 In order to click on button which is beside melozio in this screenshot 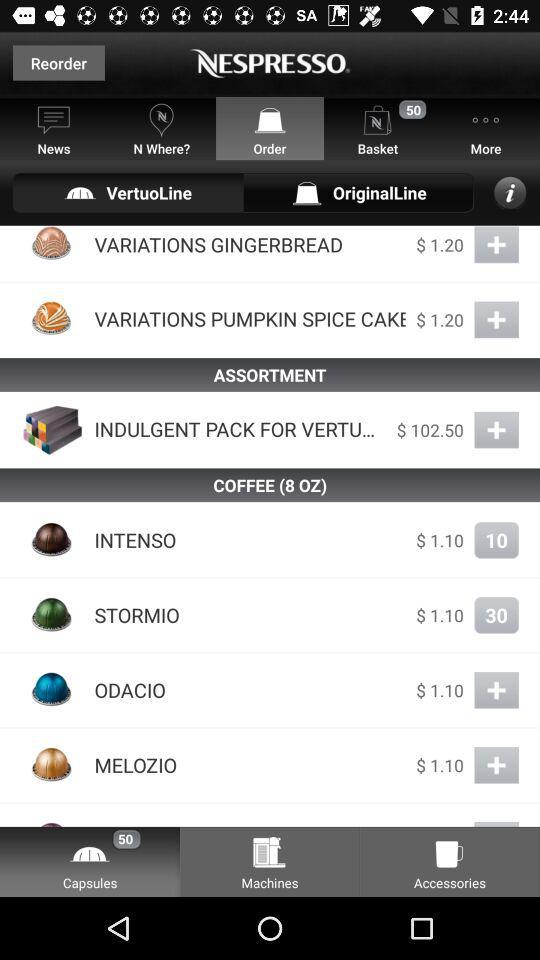, I will do `click(495, 764)`.